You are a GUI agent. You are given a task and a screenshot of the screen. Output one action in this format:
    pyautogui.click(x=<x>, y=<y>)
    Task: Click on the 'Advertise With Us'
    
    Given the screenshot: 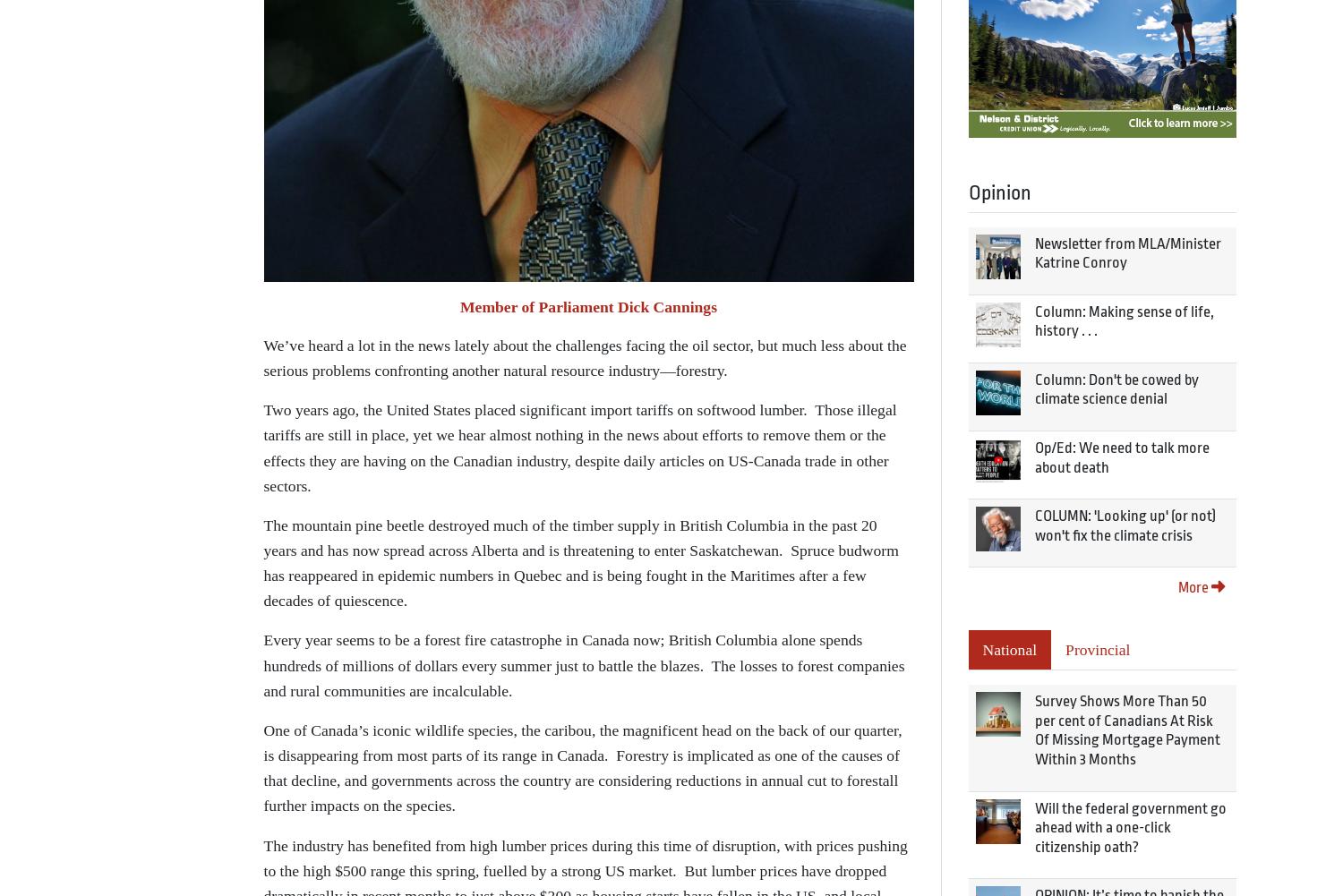 What is the action you would take?
    pyautogui.click(x=386, y=529)
    